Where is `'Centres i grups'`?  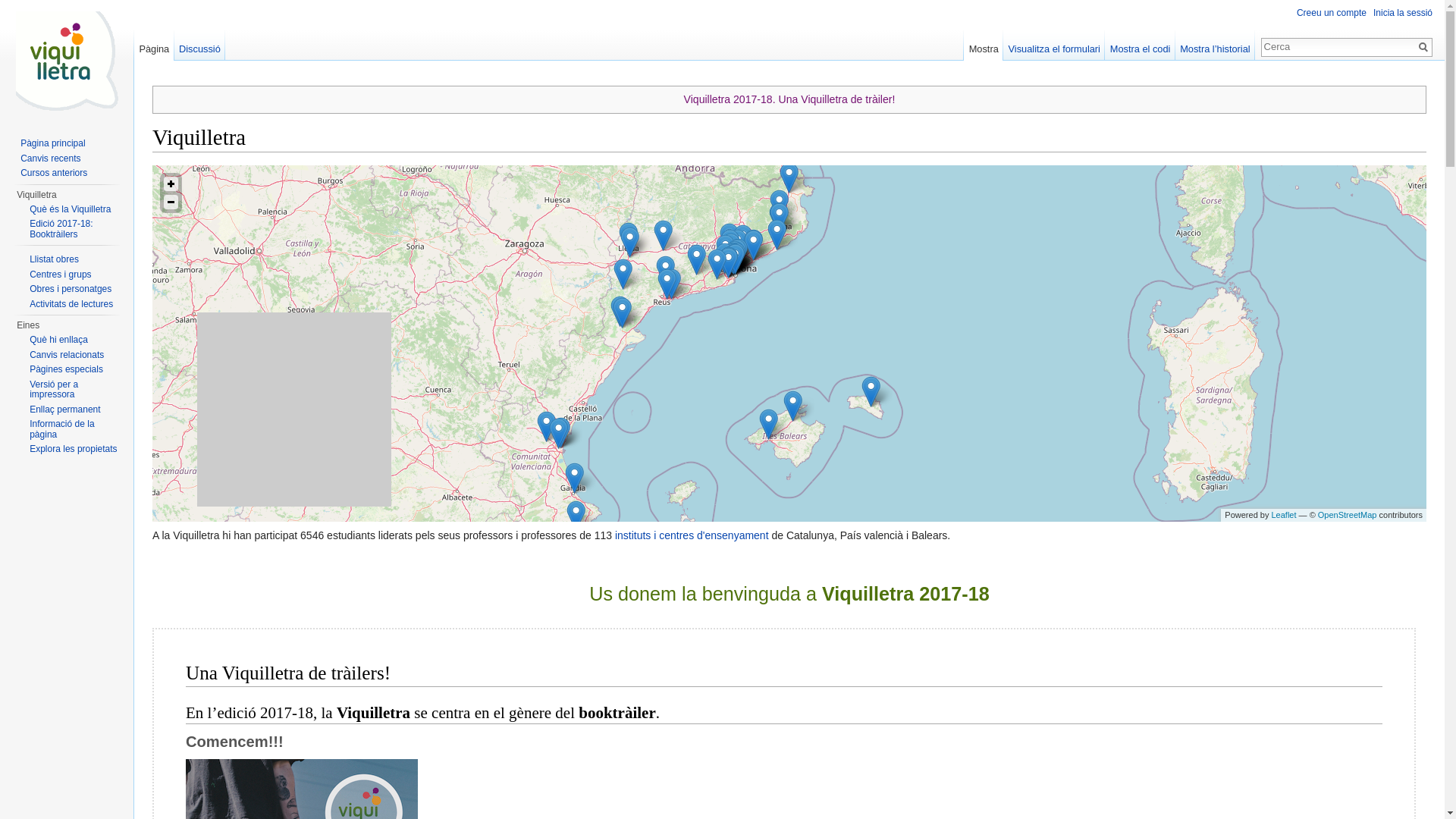 'Centres i grups' is located at coordinates (60, 274).